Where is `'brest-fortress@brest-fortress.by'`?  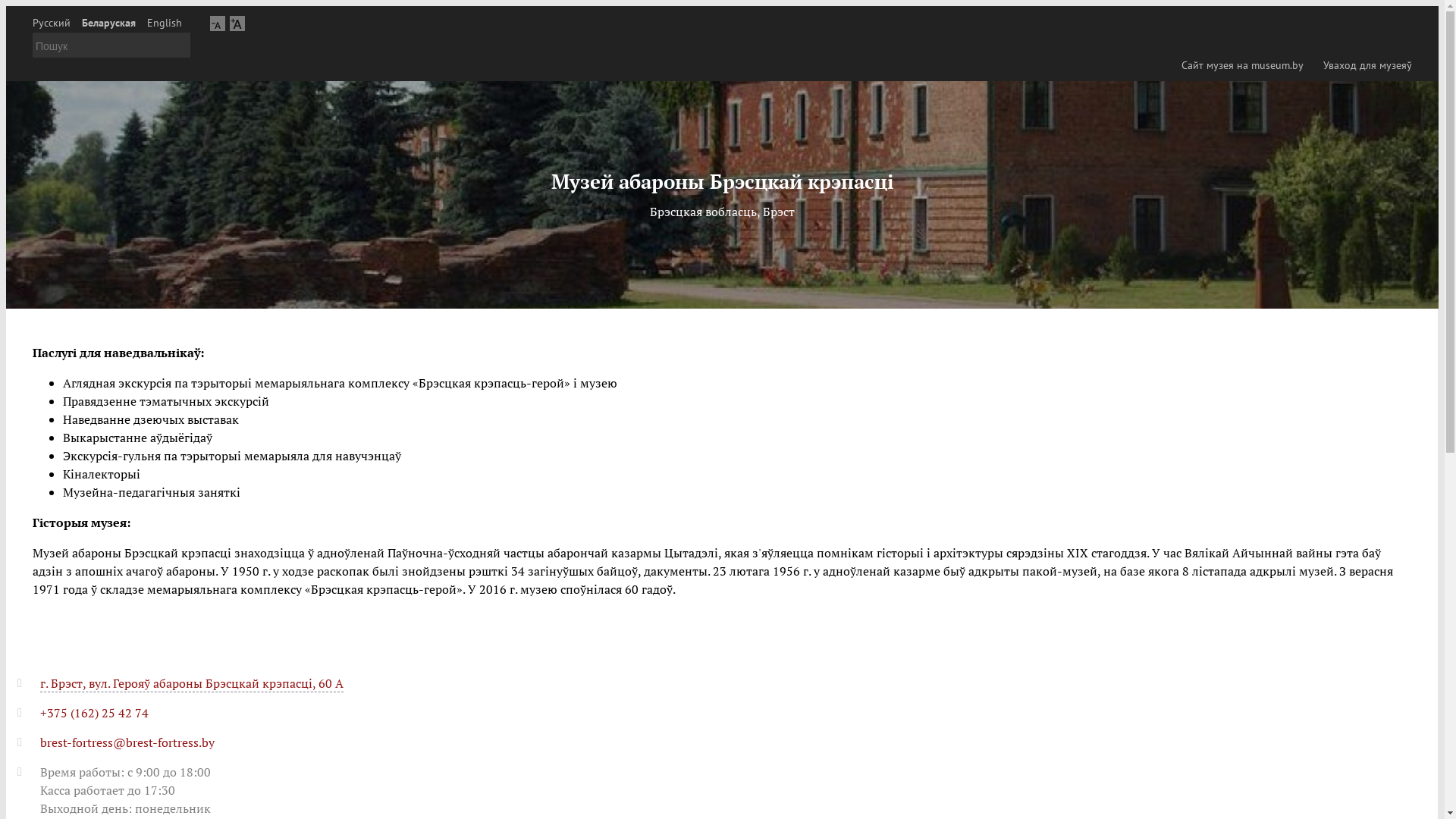
'brest-fortress@brest-fortress.by' is located at coordinates (127, 742).